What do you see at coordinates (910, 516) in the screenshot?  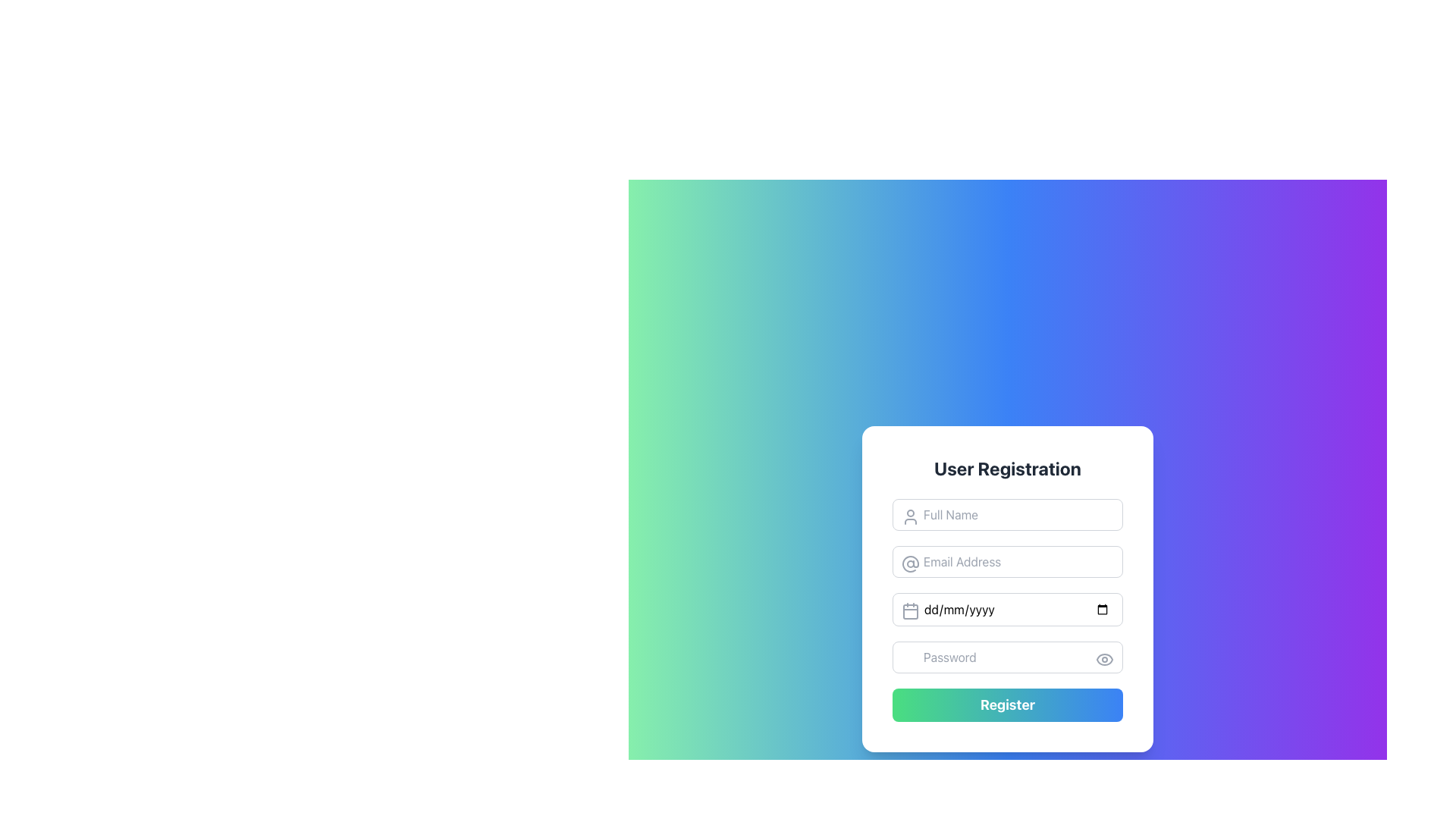 I see `the Decorative icon, which is a minimalist outline of a head and shoulders in gray color, located at the left side within the 'Full Name' text input field in the registration form` at bounding box center [910, 516].